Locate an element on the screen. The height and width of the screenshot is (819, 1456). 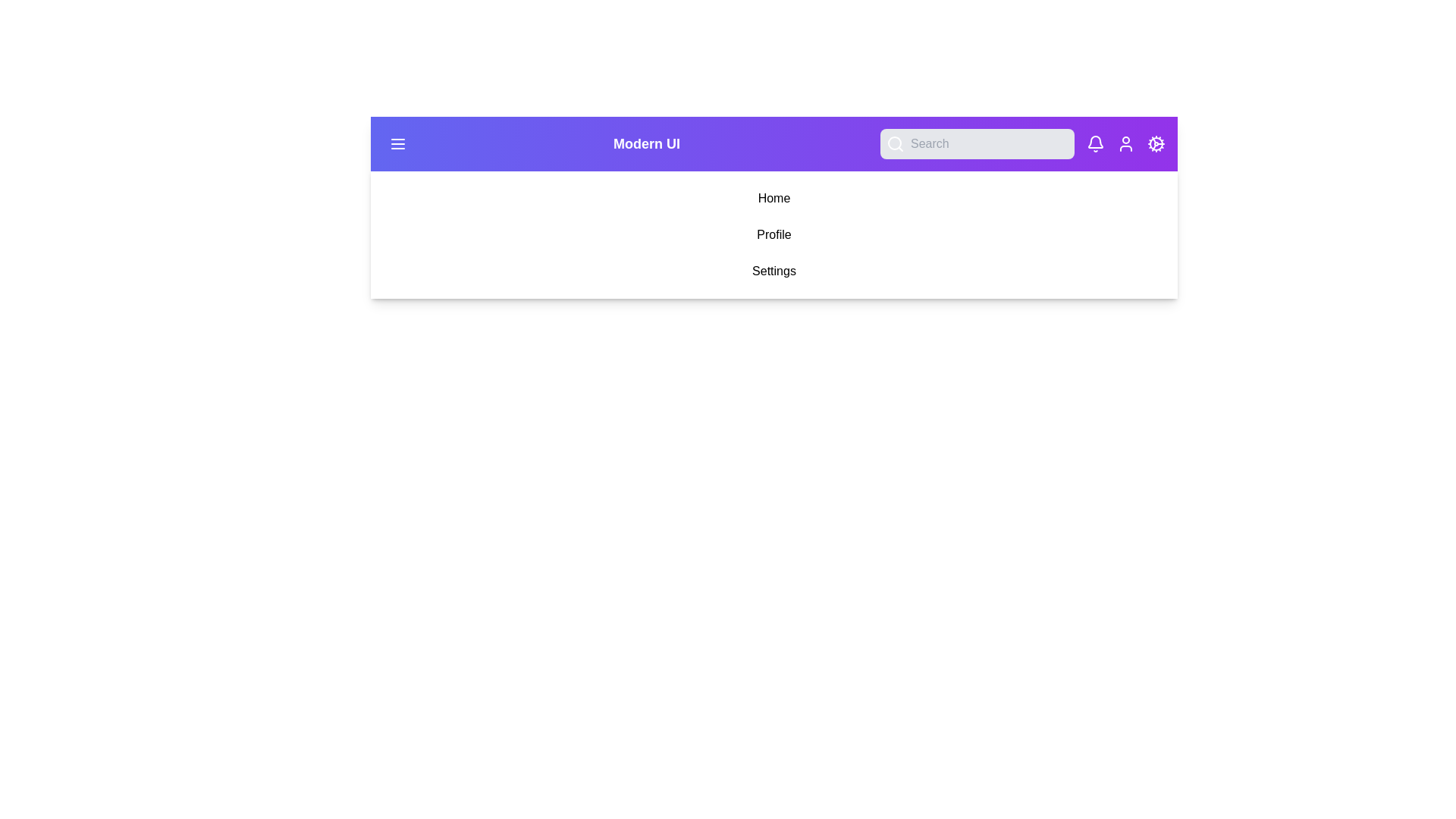
the menu item Profile is located at coordinates (774, 234).